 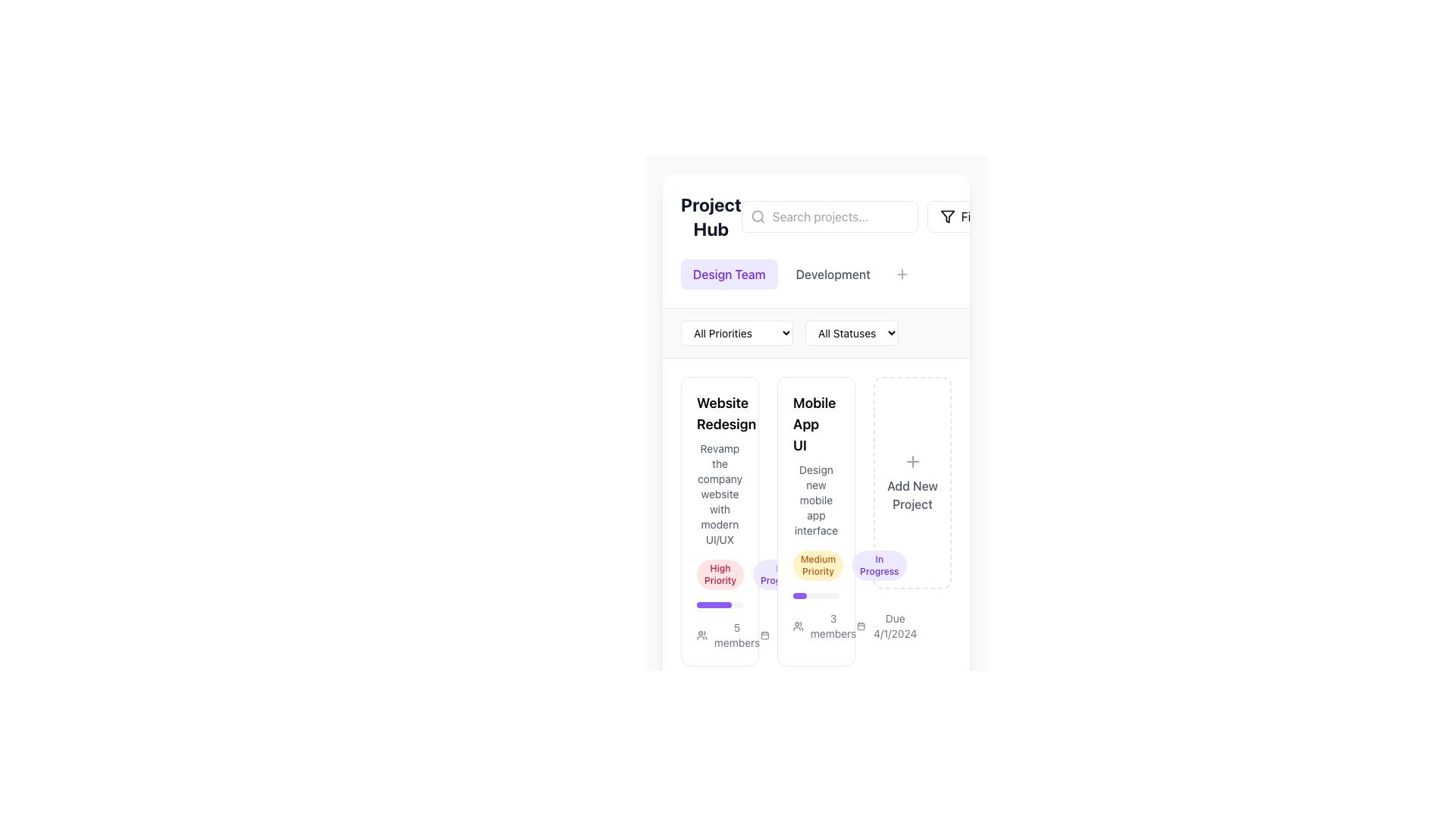 I want to click on the text label that indicates the number of team members for the 'Website Redesign' project, located in the bottom section of the card interface adjacent to a group icon, so click(x=737, y=635).